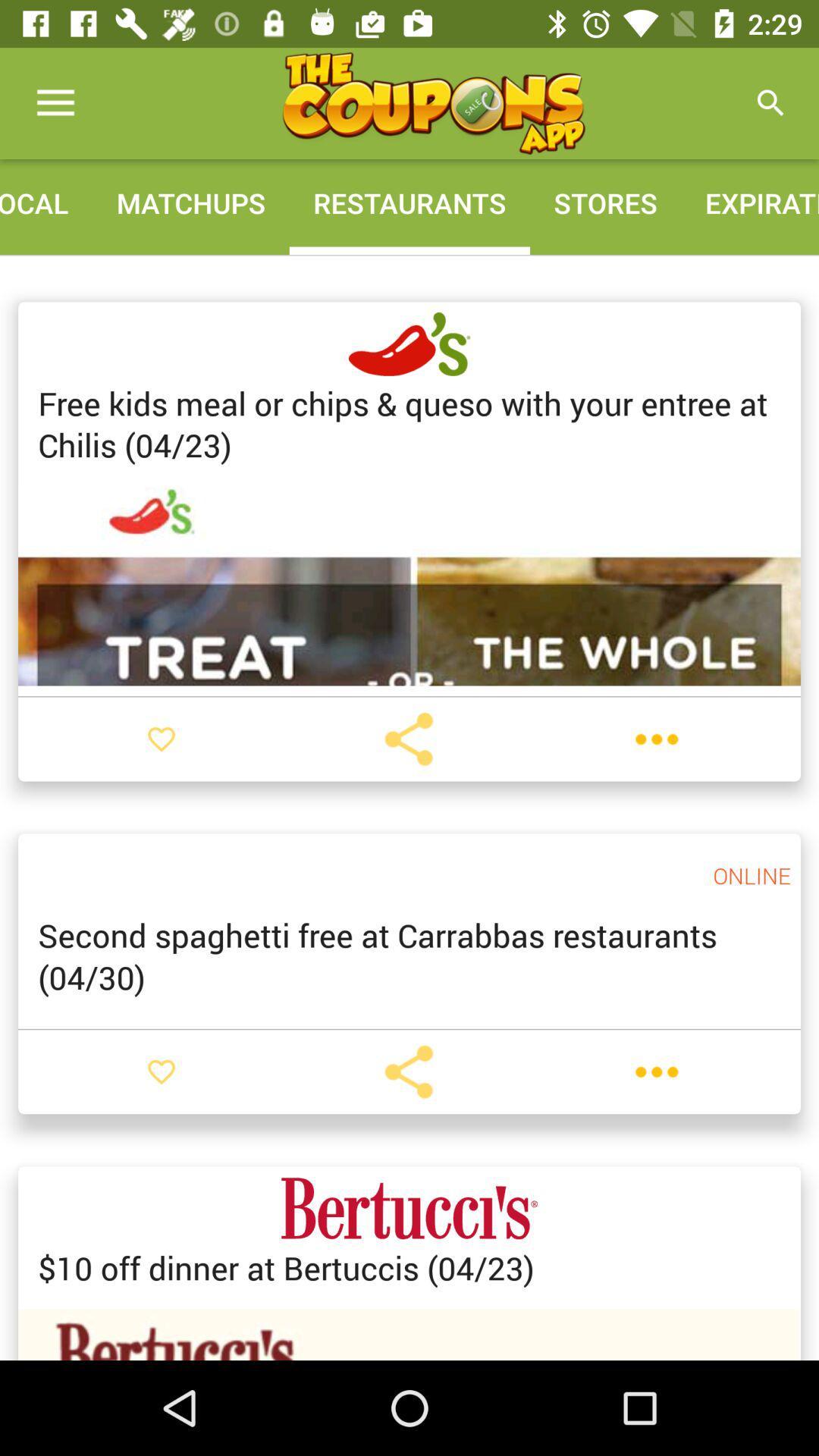 The image size is (819, 1456). I want to click on as favorite, so click(161, 739).